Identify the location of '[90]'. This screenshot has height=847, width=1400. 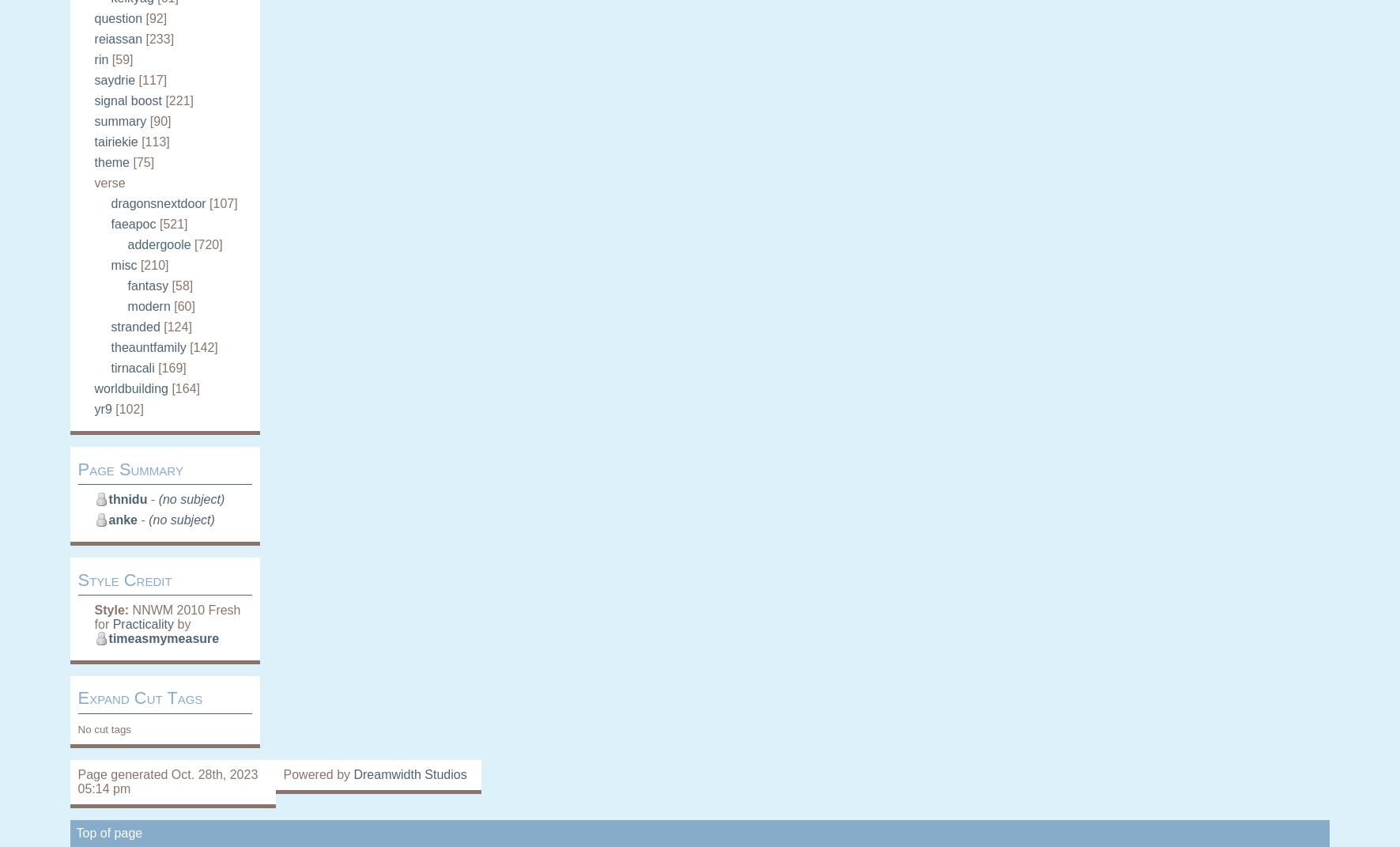
(160, 121).